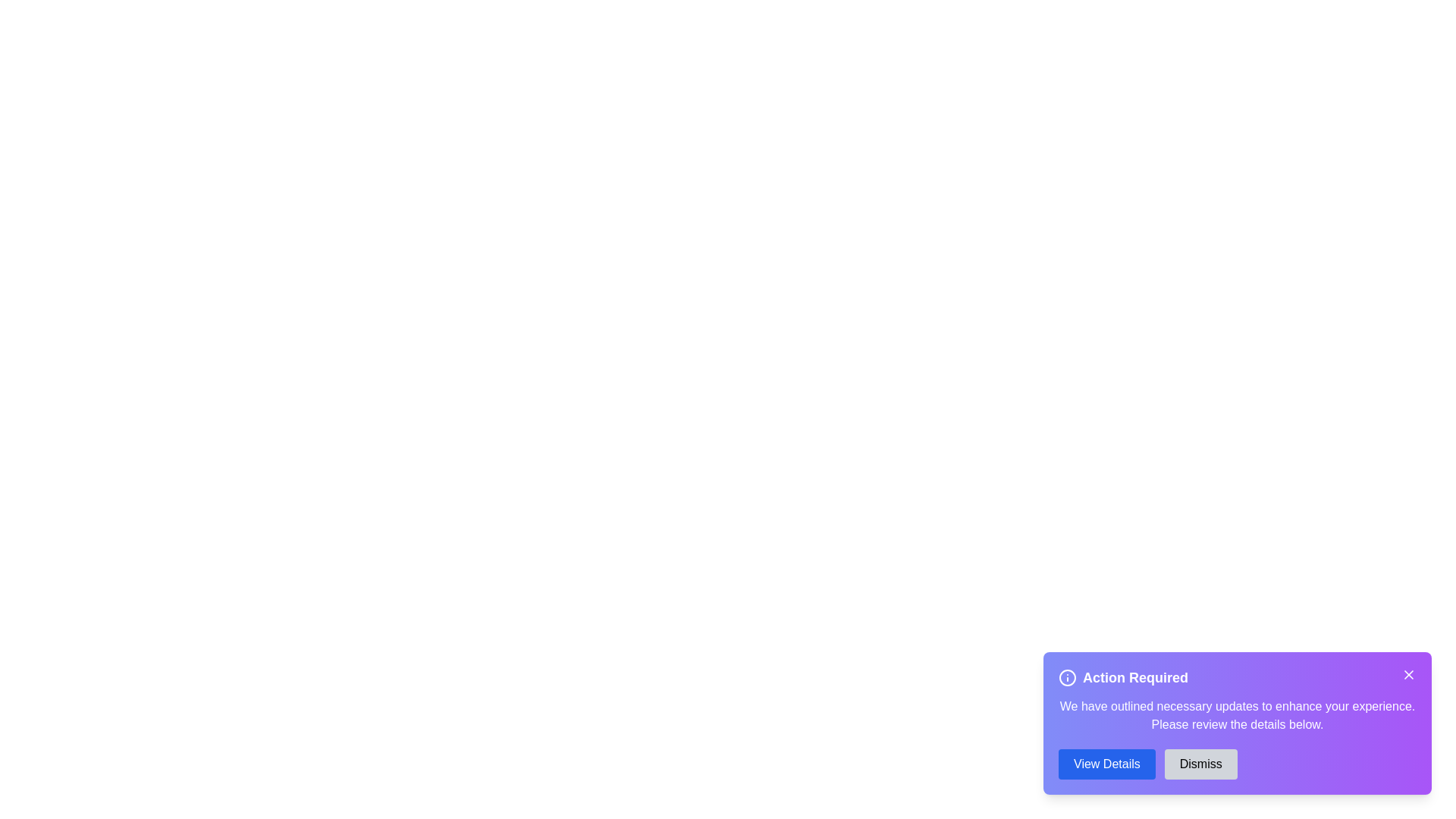 This screenshot has height=819, width=1456. What do you see at coordinates (1200, 764) in the screenshot?
I see `the 'Dismiss' button to close the alert` at bounding box center [1200, 764].